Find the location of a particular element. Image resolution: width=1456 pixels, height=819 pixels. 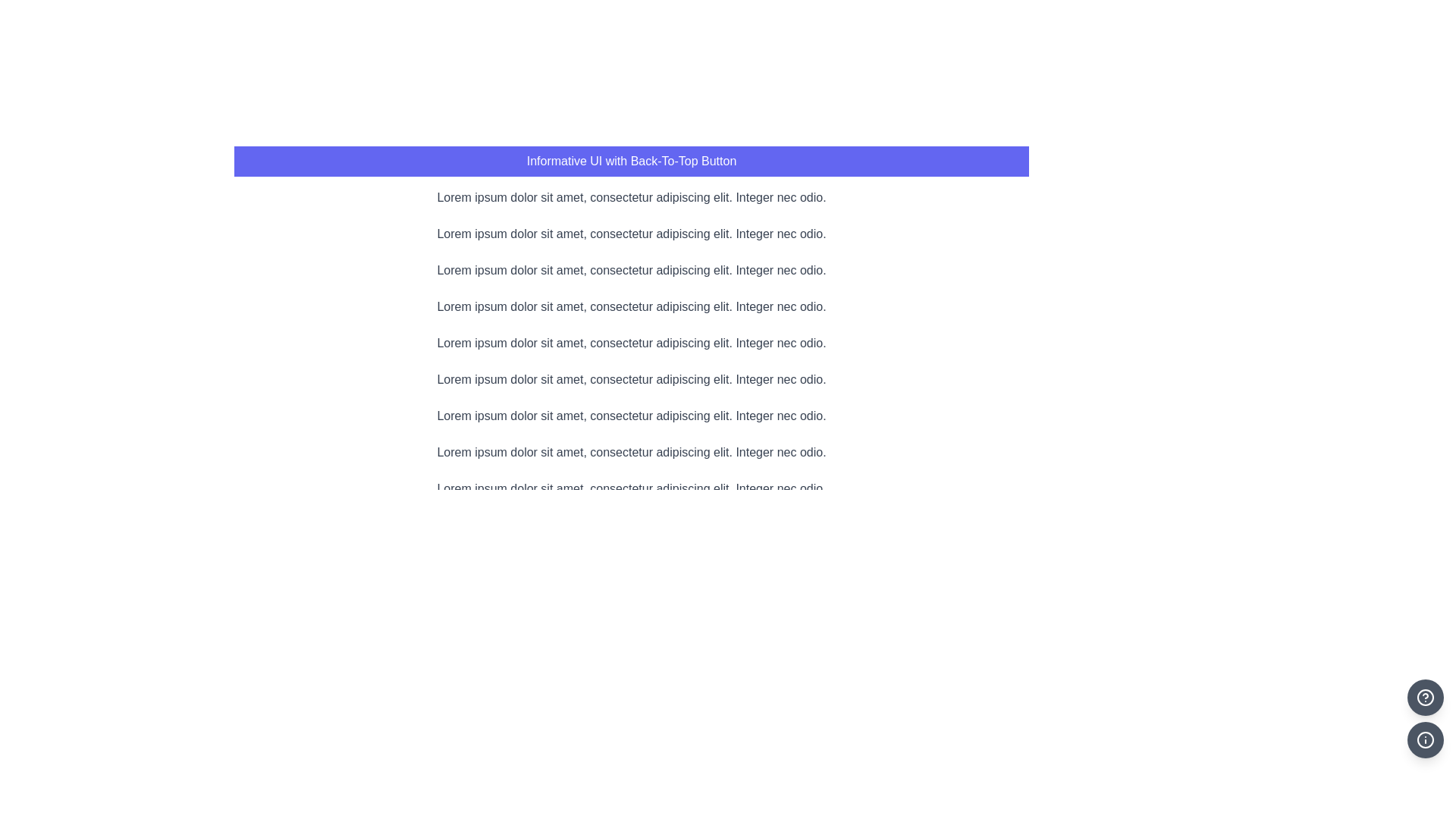

the fifth gray text label displaying 'Lorem ipsum dolor sit amet, consectetur adipiscing elit. Integer nec odio.' in the vertical list of text items is located at coordinates (632, 343).